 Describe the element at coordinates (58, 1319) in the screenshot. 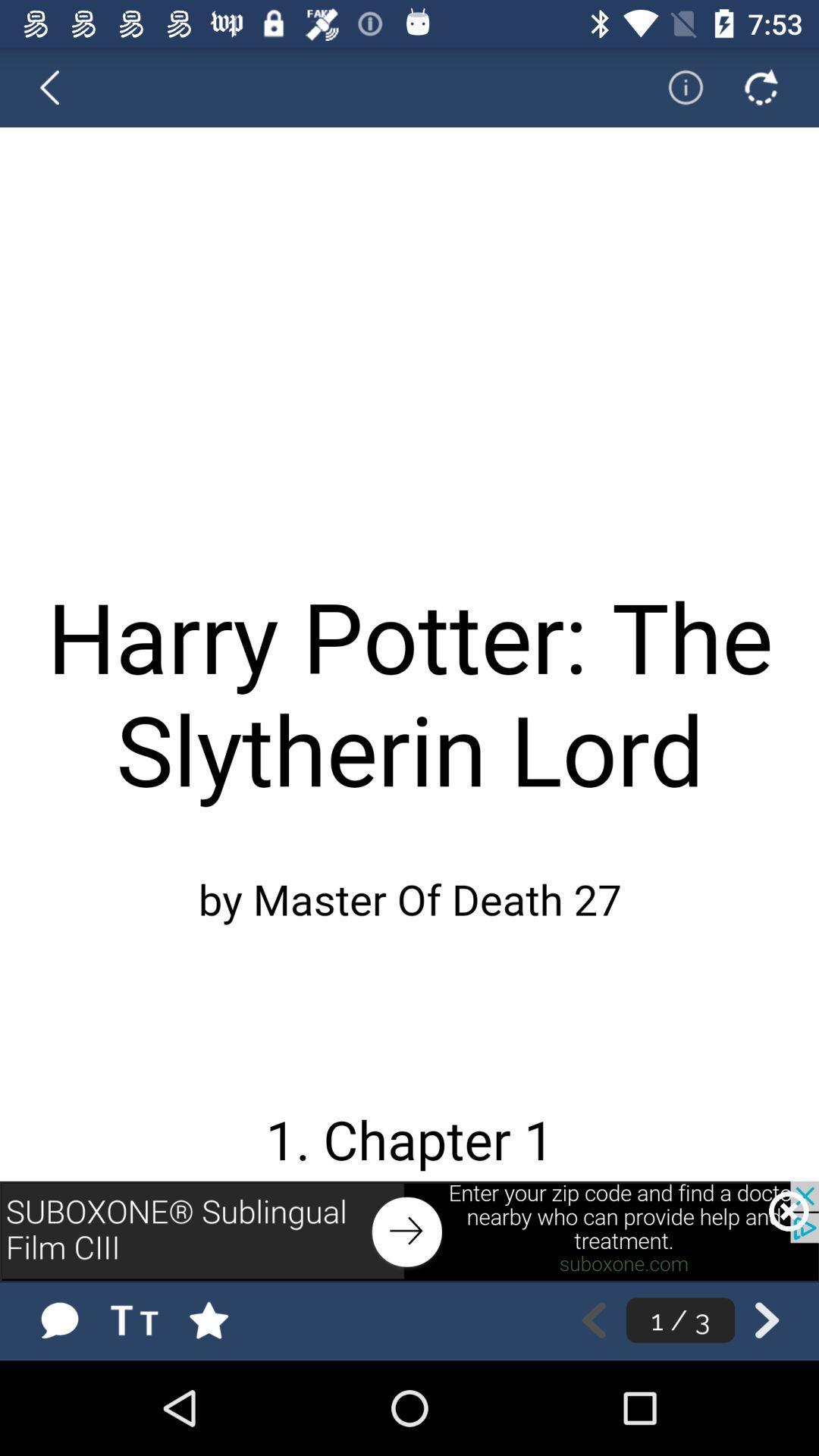

I see `the chat icon` at that location.